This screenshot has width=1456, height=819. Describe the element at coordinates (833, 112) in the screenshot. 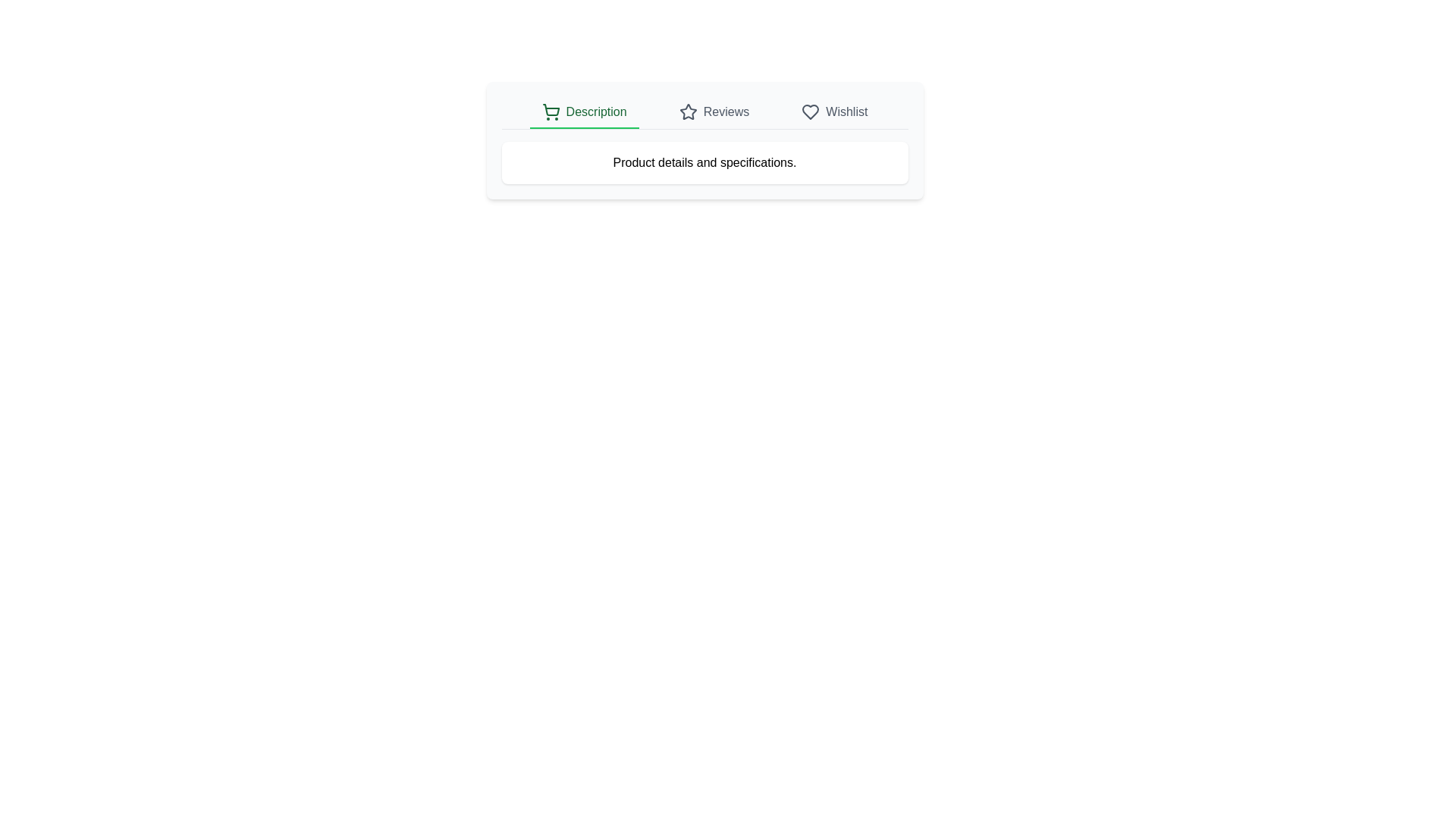

I see `the tab text Wishlist to select it` at that location.